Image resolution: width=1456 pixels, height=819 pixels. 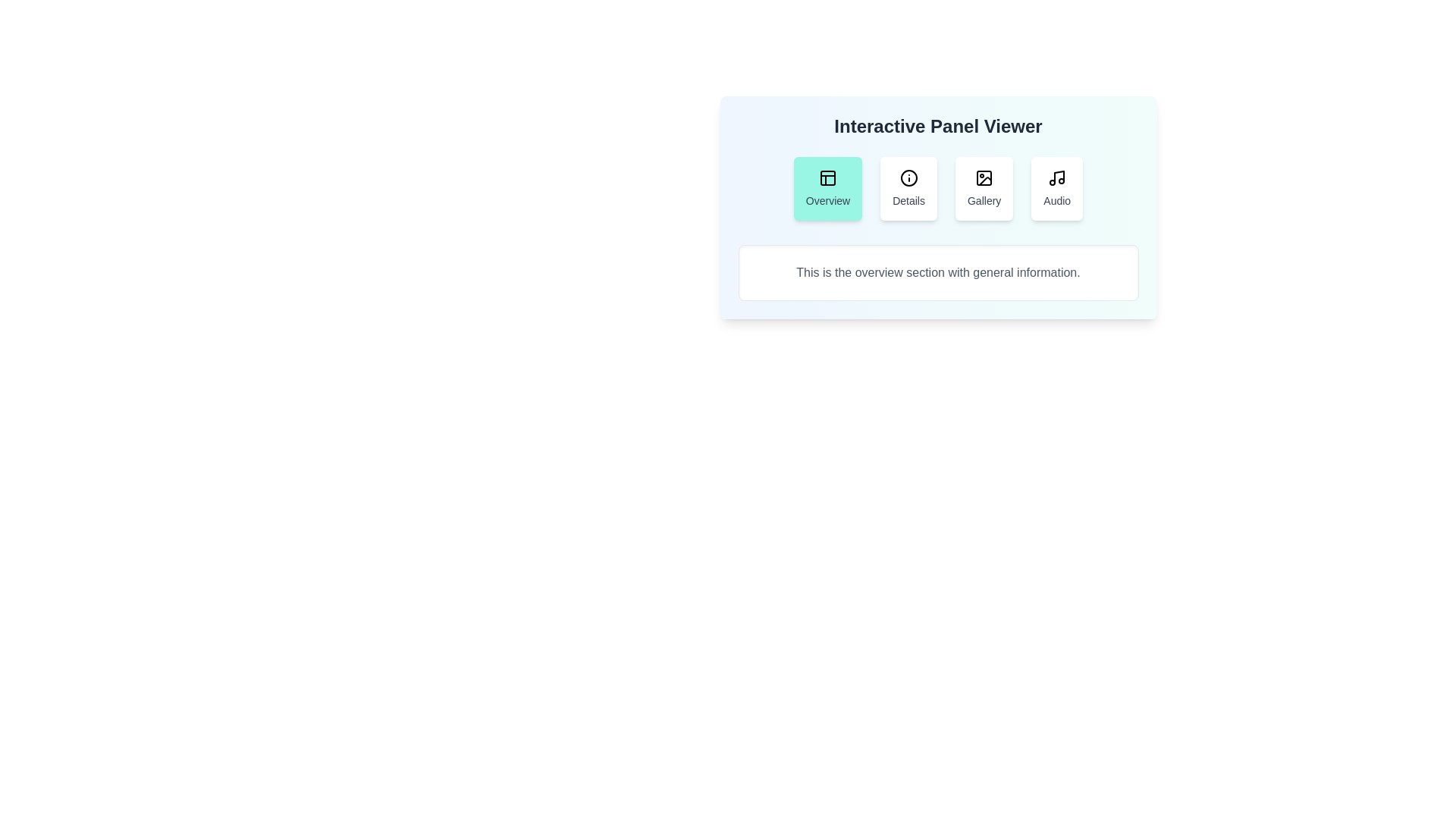 What do you see at coordinates (1056, 177) in the screenshot?
I see `the 'Audio' icon located in the bottom-right corner of the top row in the interactive panel, which represents sound-related features` at bounding box center [1056, 177].